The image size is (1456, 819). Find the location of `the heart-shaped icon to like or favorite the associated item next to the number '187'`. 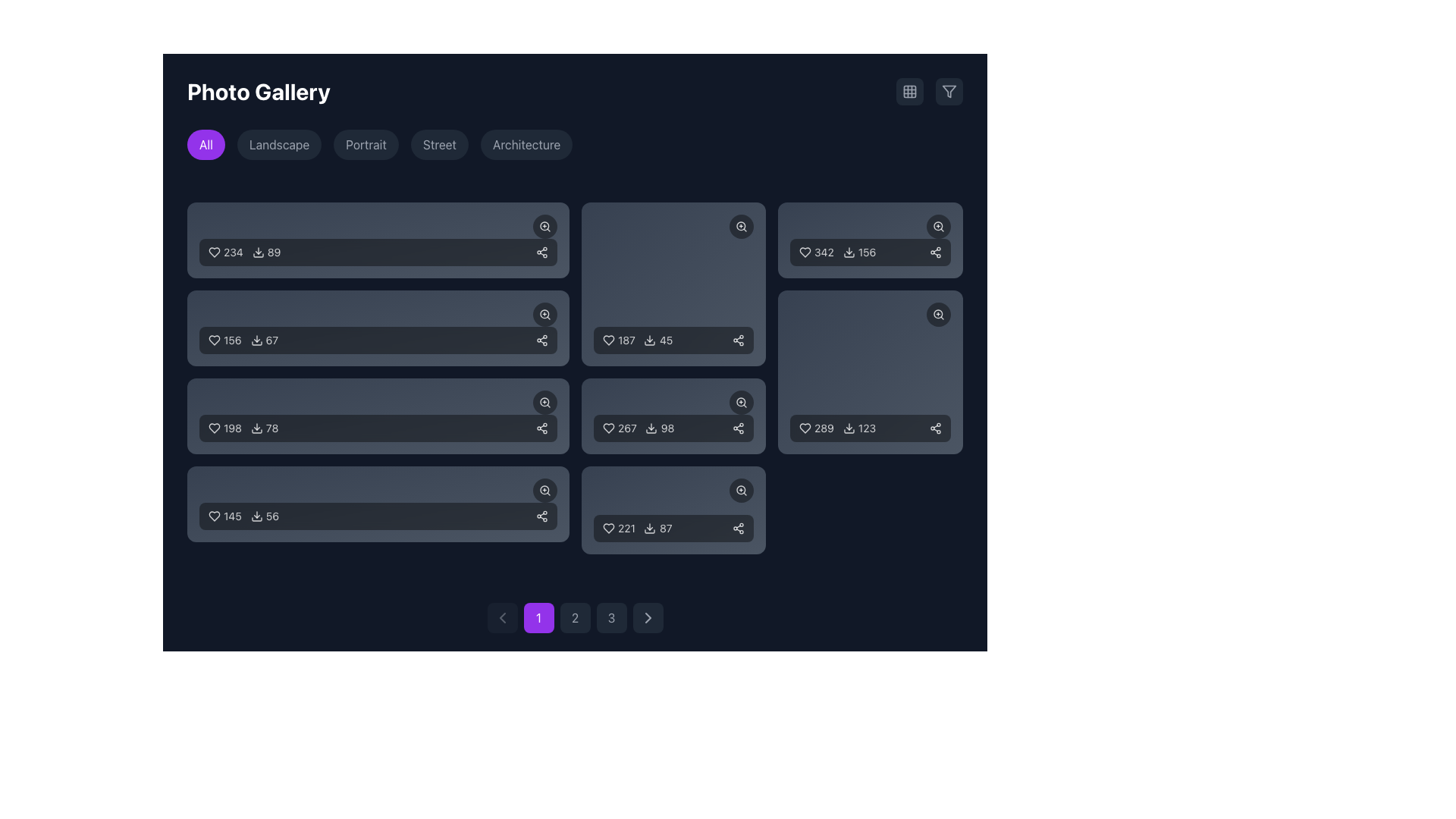

the heart-shaped icon to like or favorite the associated item next to the number '187' is located at coordinates (608, 339).